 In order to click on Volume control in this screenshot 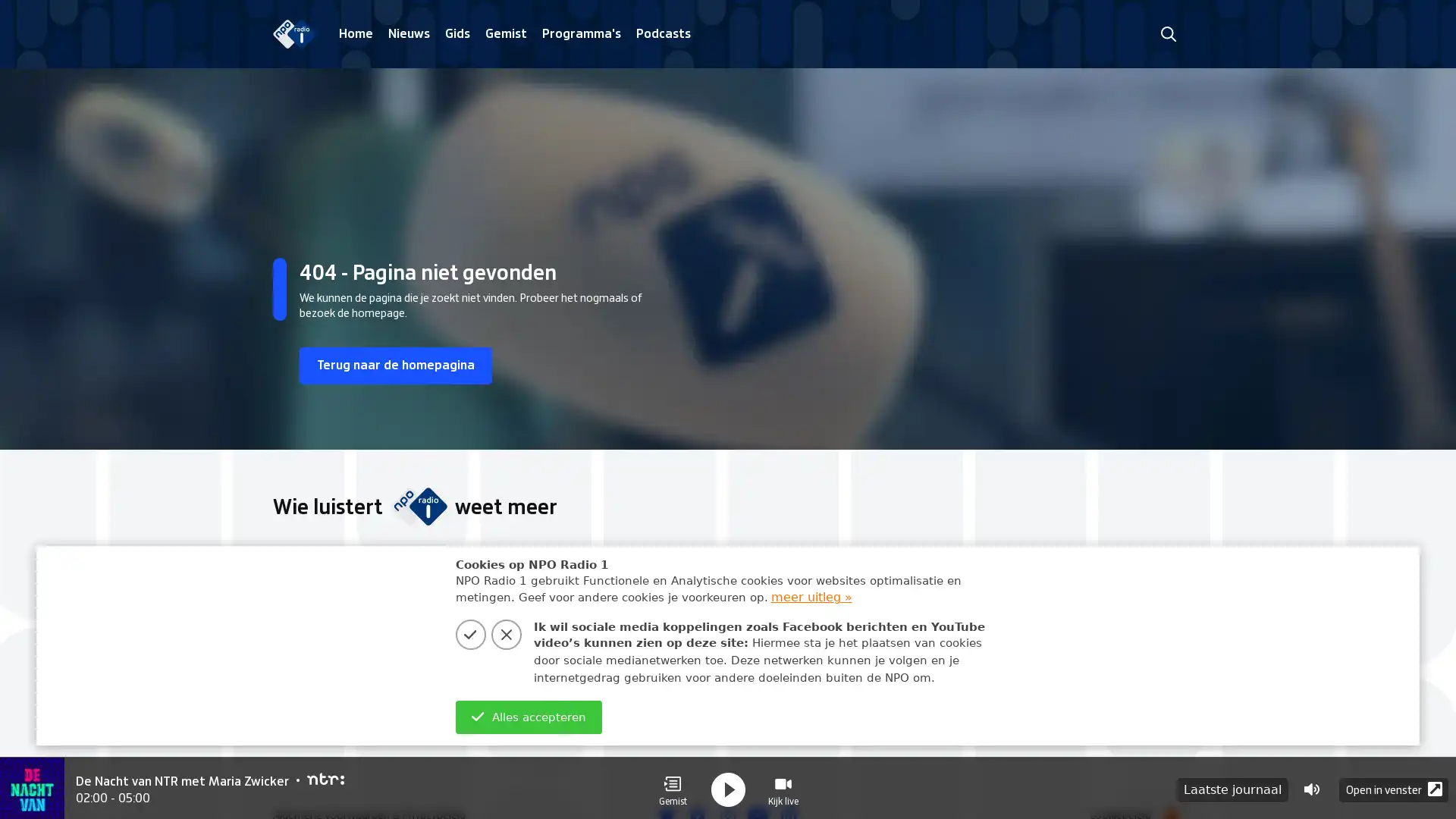, I will do `click(1310, 786)`.